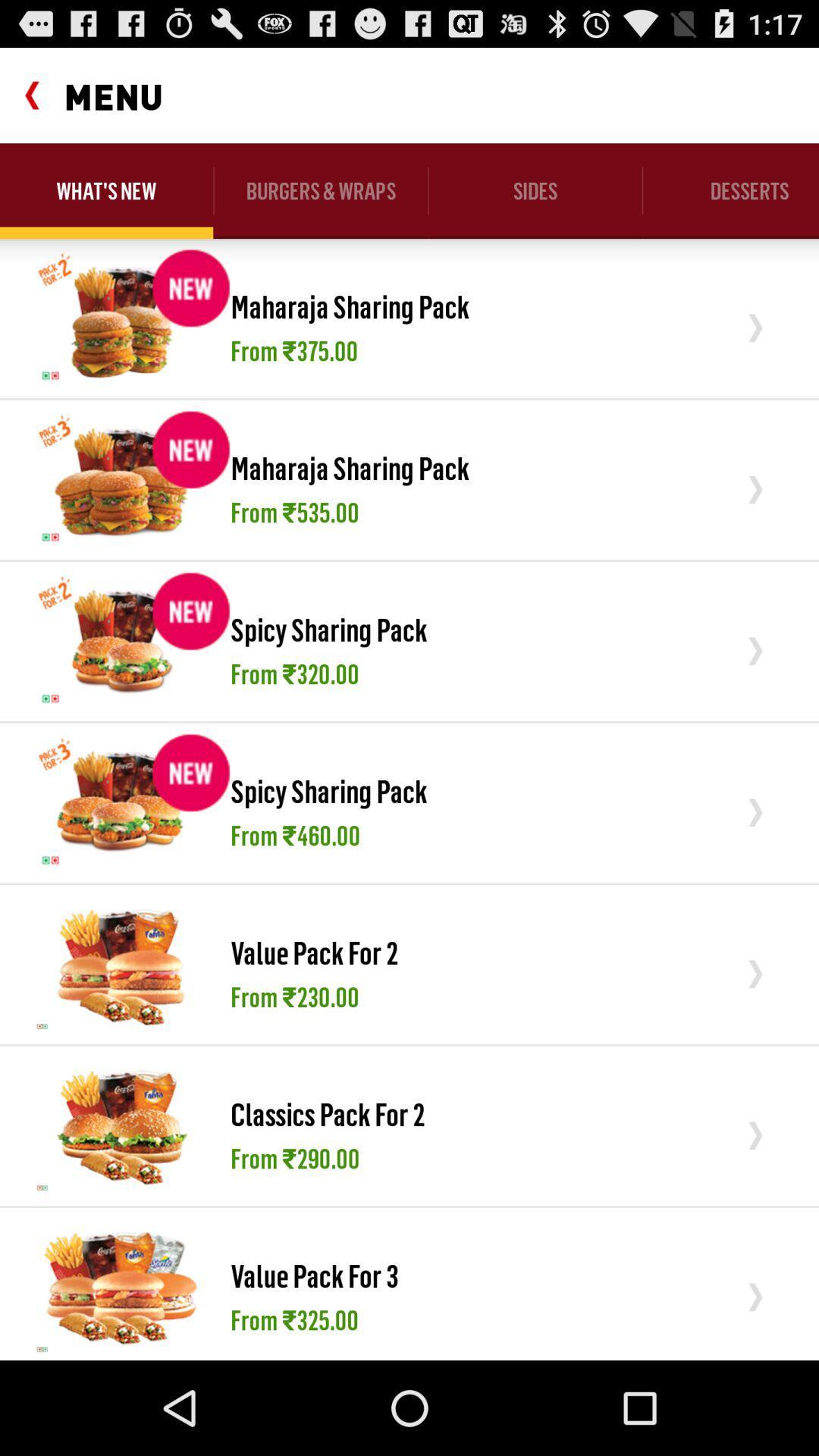 The height and width of the screenshot is (1456, 819). I want to click on icon below what's new icon, so click(121, 317).